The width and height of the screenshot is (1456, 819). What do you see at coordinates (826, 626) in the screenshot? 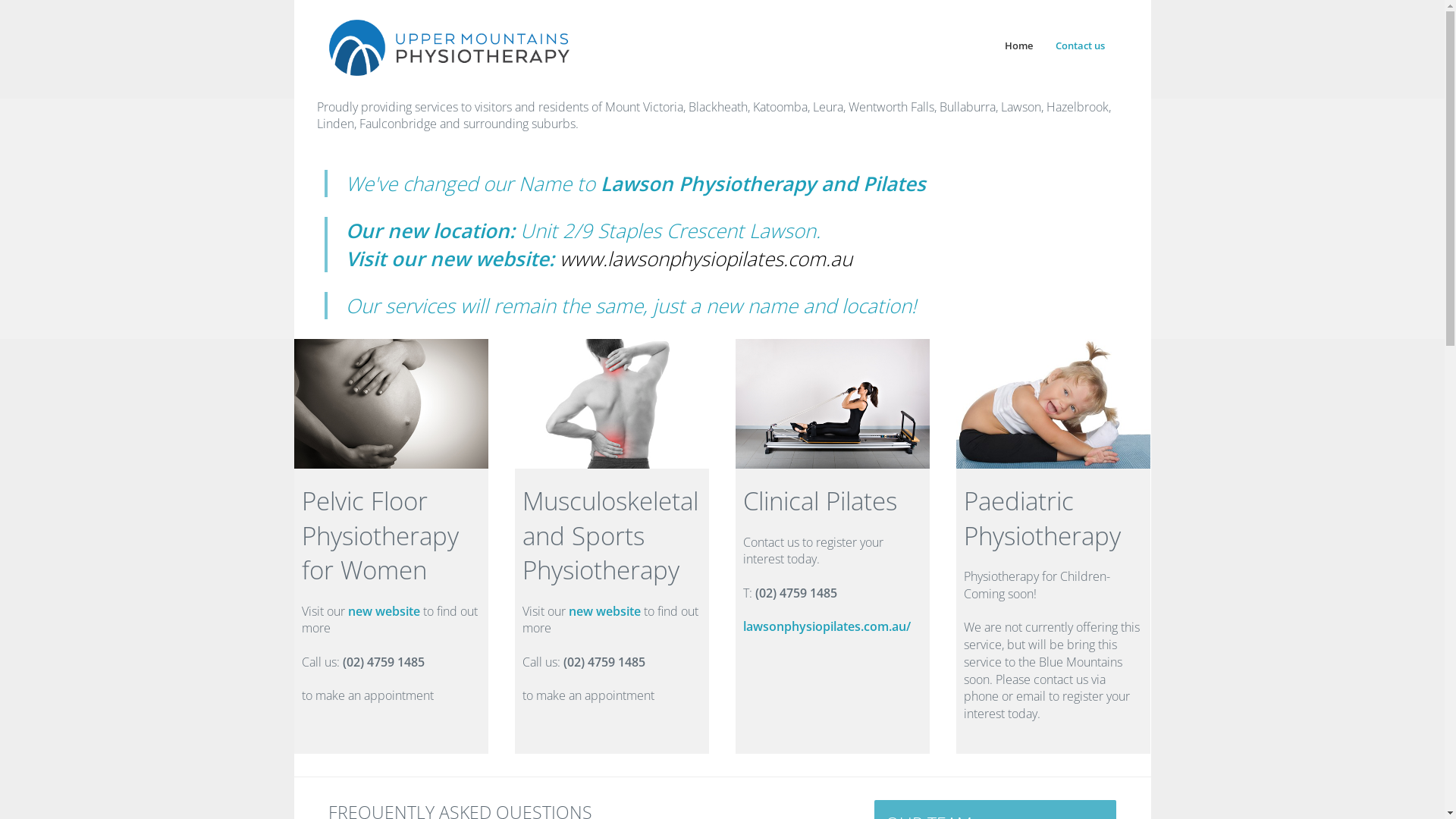
I see `'lawsonphysiopilates.com.au/'` at bounding box center [826, 626].